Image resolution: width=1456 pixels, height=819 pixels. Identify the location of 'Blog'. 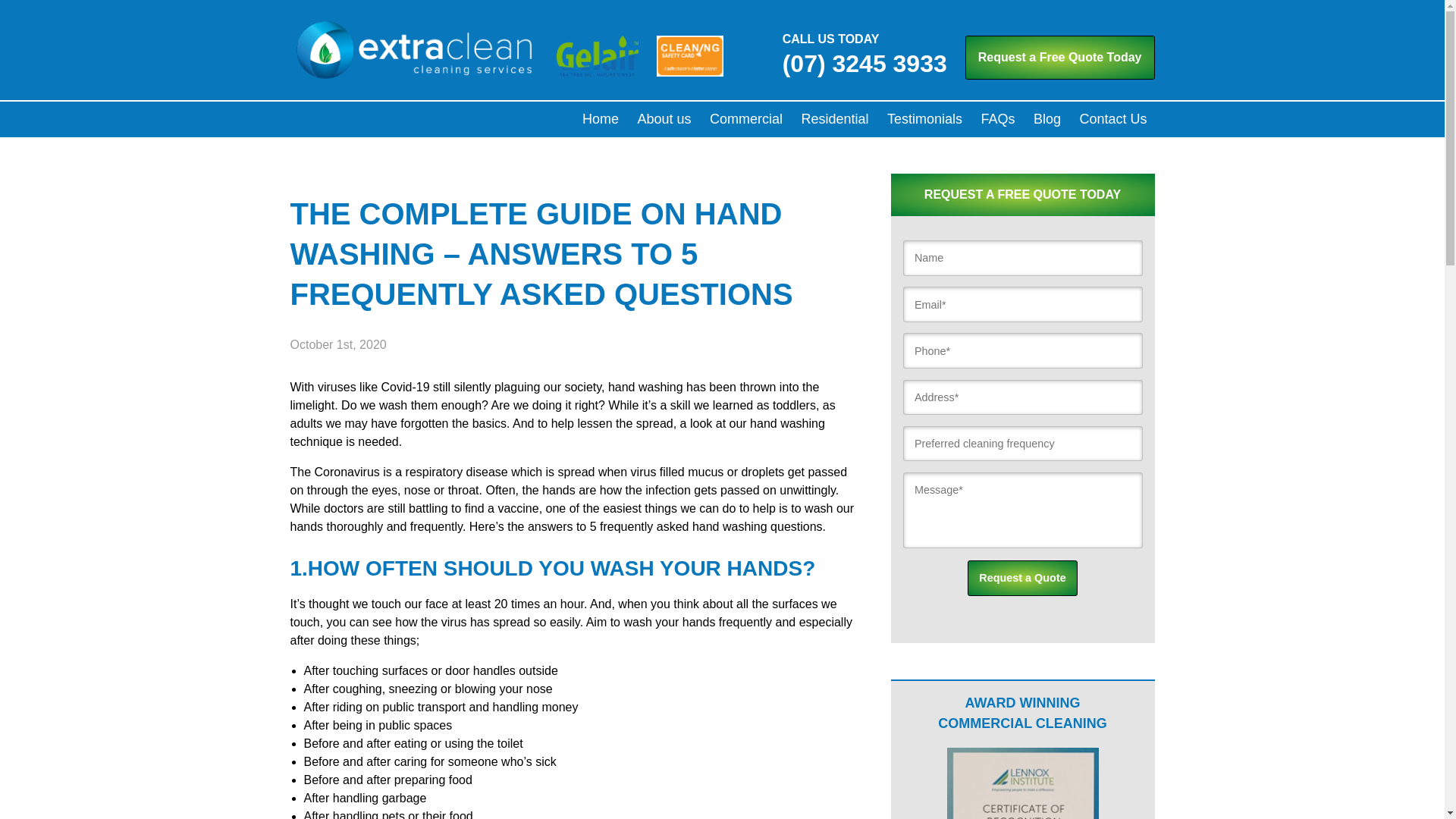
(1026, 118).